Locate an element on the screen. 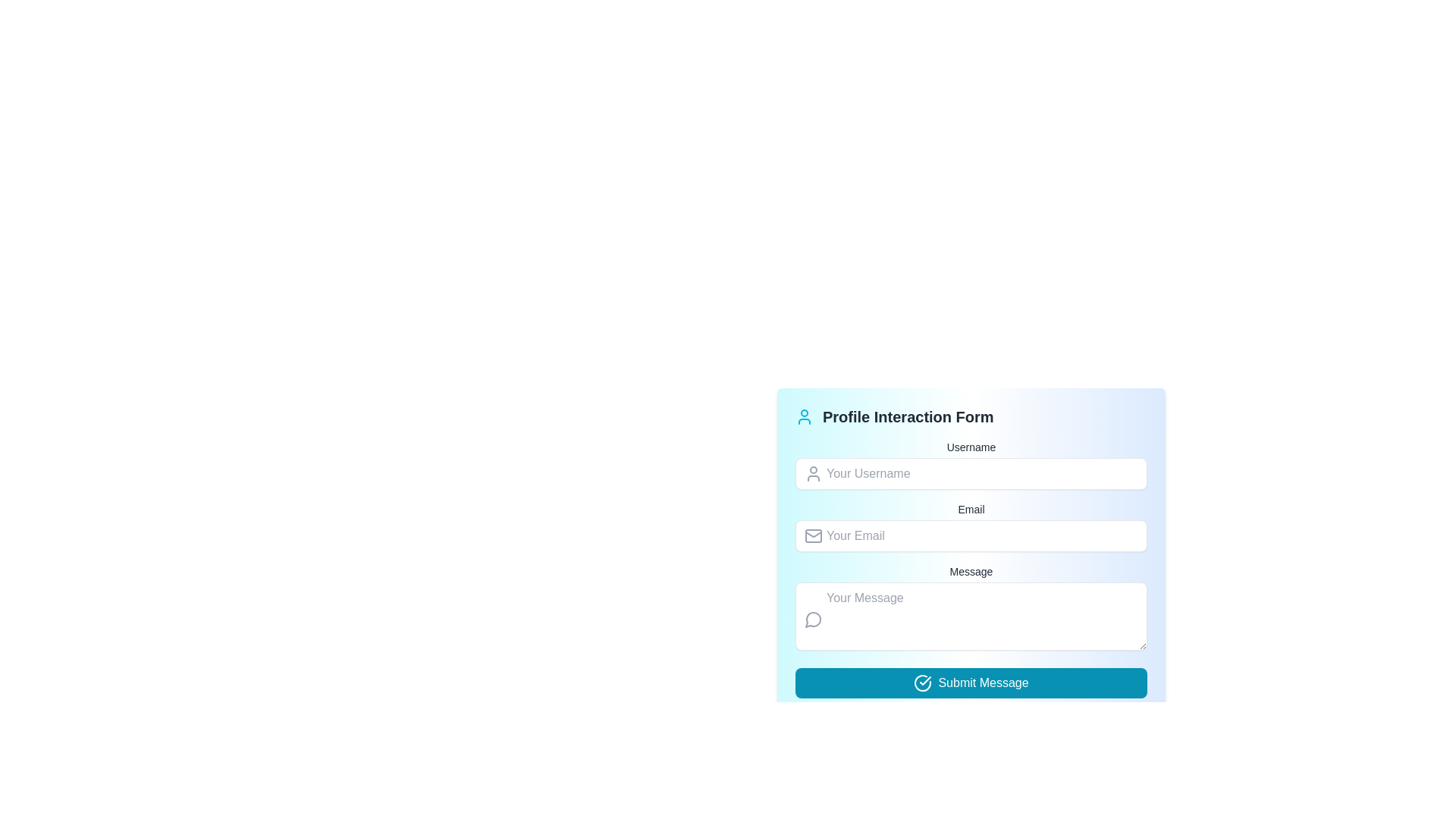 Image resolution: width=1456 pixels, height=819 pixels. the 'Message' label, which is a medium-sized gray text label positioned above the 'Your Message' text area input field is located at coordinates (971, 571).